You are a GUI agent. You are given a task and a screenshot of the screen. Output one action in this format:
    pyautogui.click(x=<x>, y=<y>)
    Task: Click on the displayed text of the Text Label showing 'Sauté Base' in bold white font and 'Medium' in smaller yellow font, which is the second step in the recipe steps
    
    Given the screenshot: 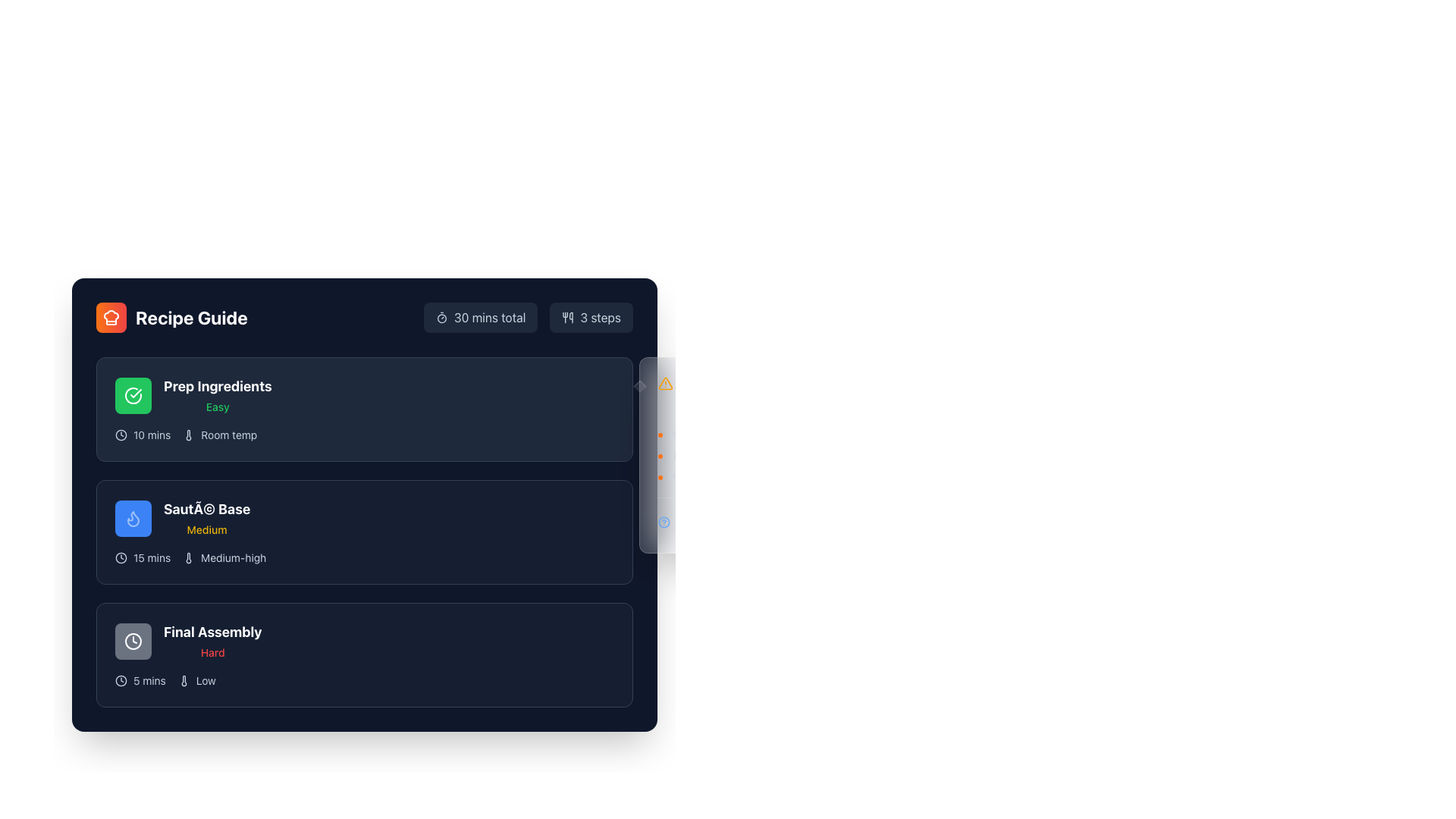 What is the action you would take?
    pyautogui.click(x=182, y=517)
    